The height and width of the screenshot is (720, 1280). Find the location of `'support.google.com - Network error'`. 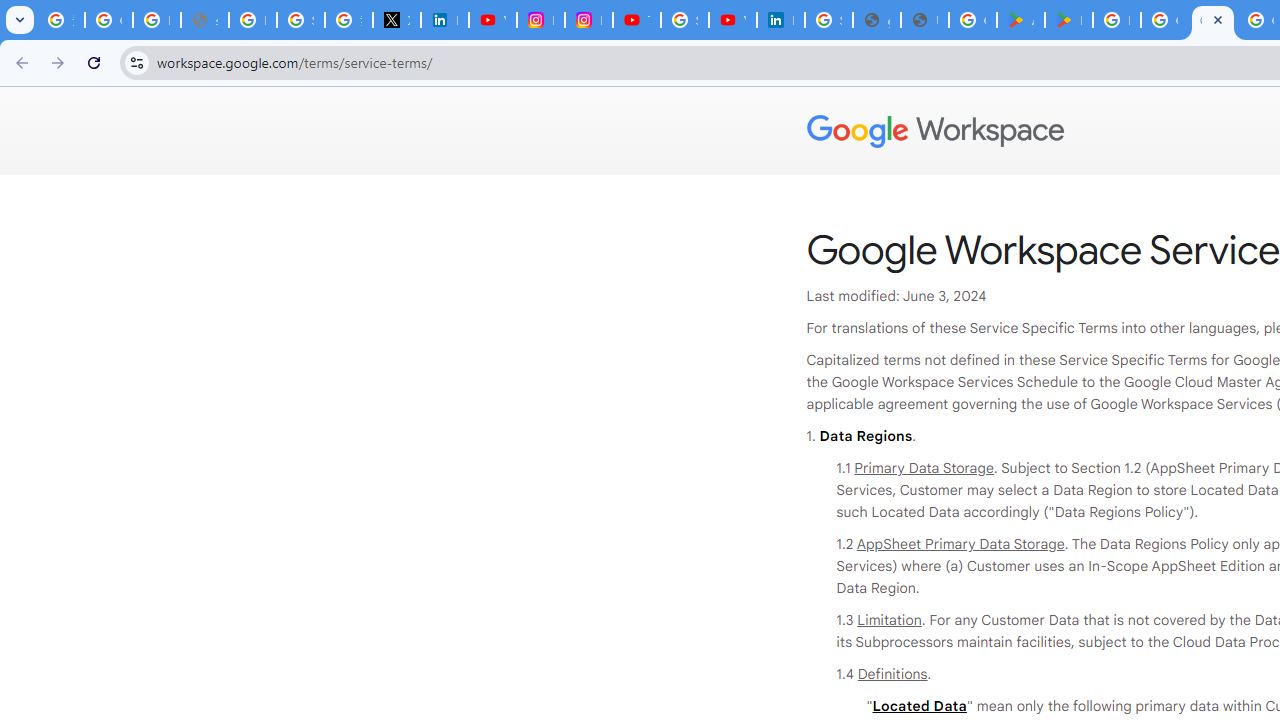

'support.google.com - Network error' is located at coordinates (204, 20).